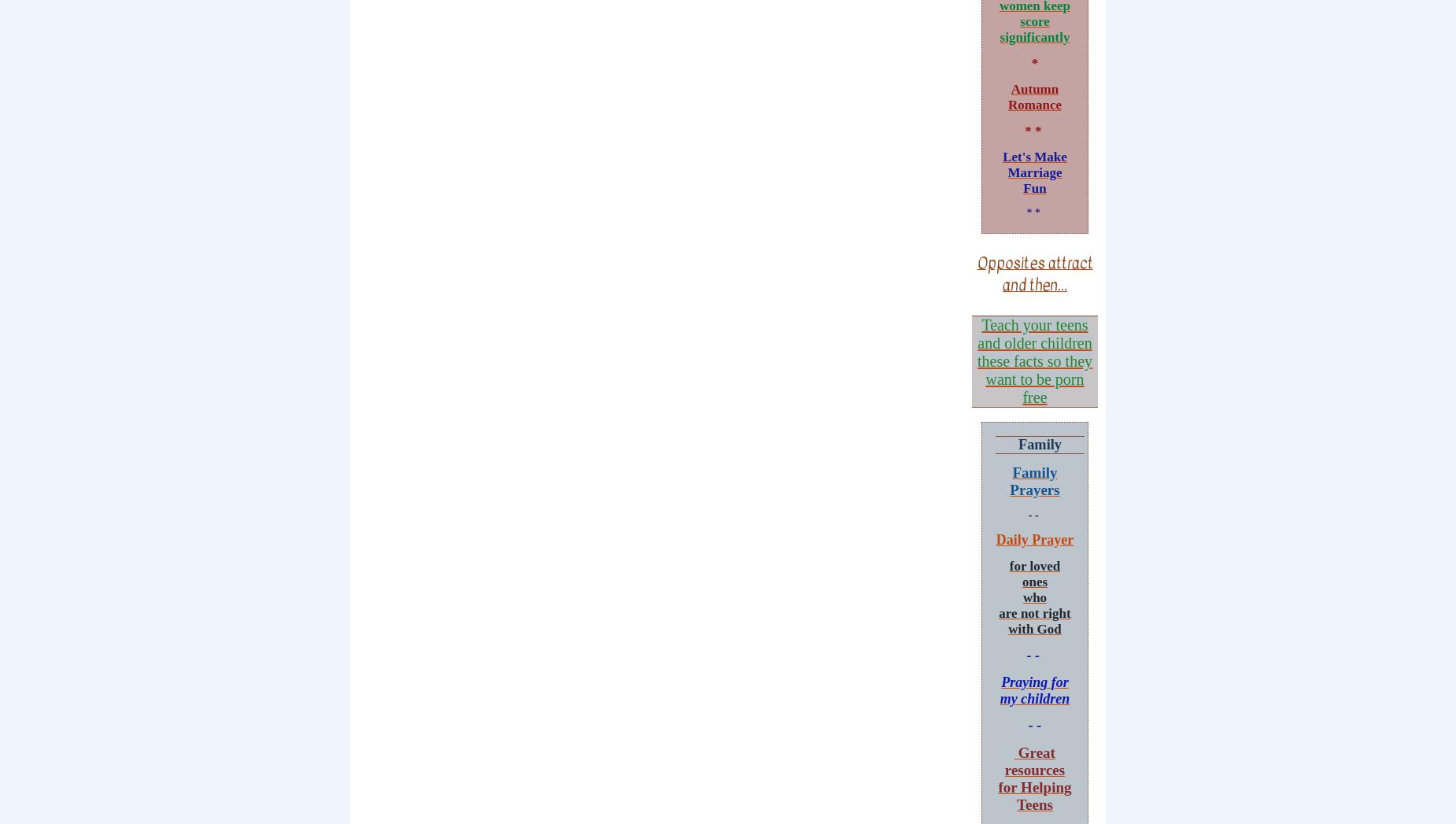  Describe the element at coordinates (1033, 95) in the screenshot. I see `'Autumn Romance'` at that location.